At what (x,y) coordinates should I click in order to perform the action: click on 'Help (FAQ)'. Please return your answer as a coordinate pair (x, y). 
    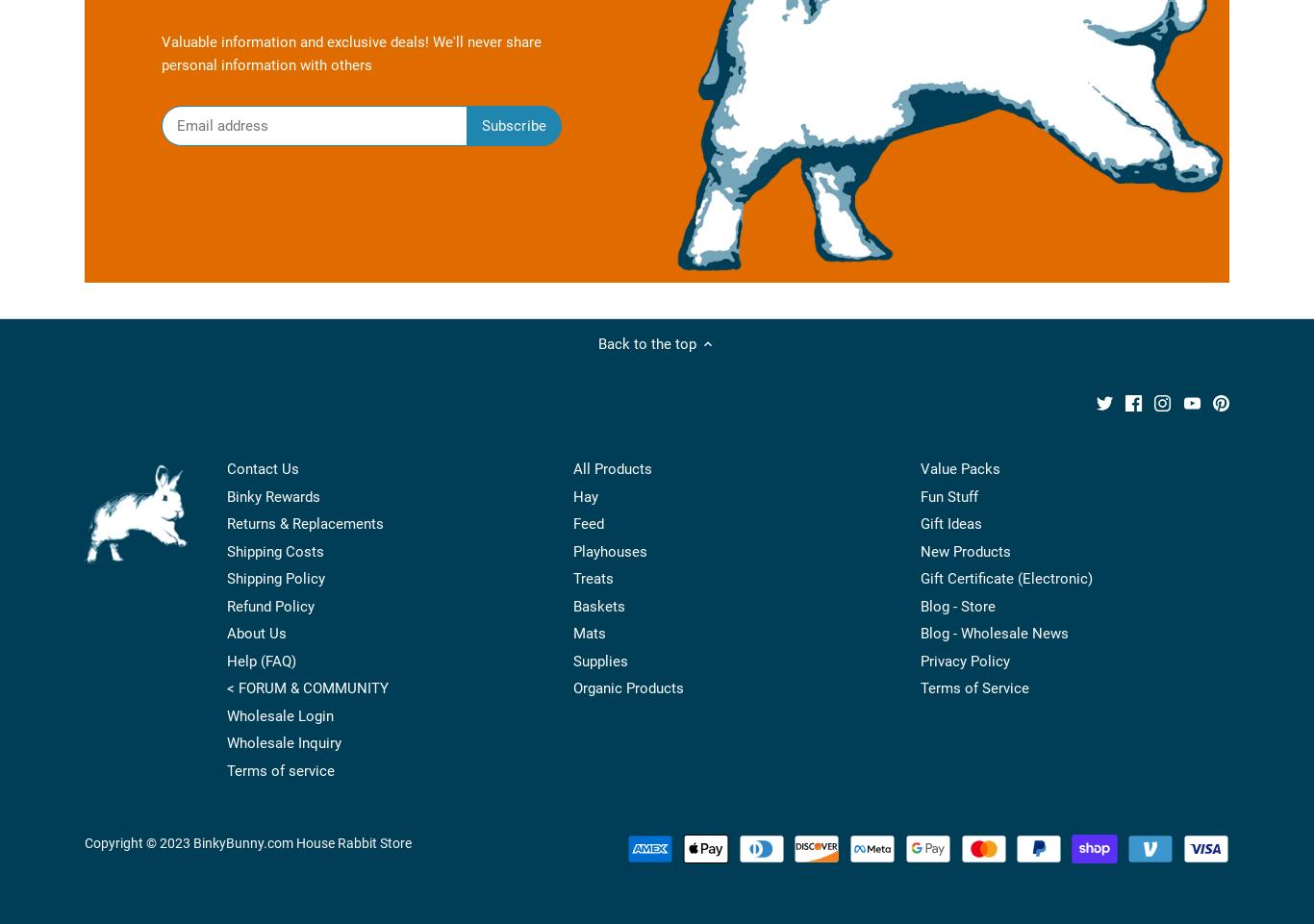
    Looking at the image, I should click on (261, 660).